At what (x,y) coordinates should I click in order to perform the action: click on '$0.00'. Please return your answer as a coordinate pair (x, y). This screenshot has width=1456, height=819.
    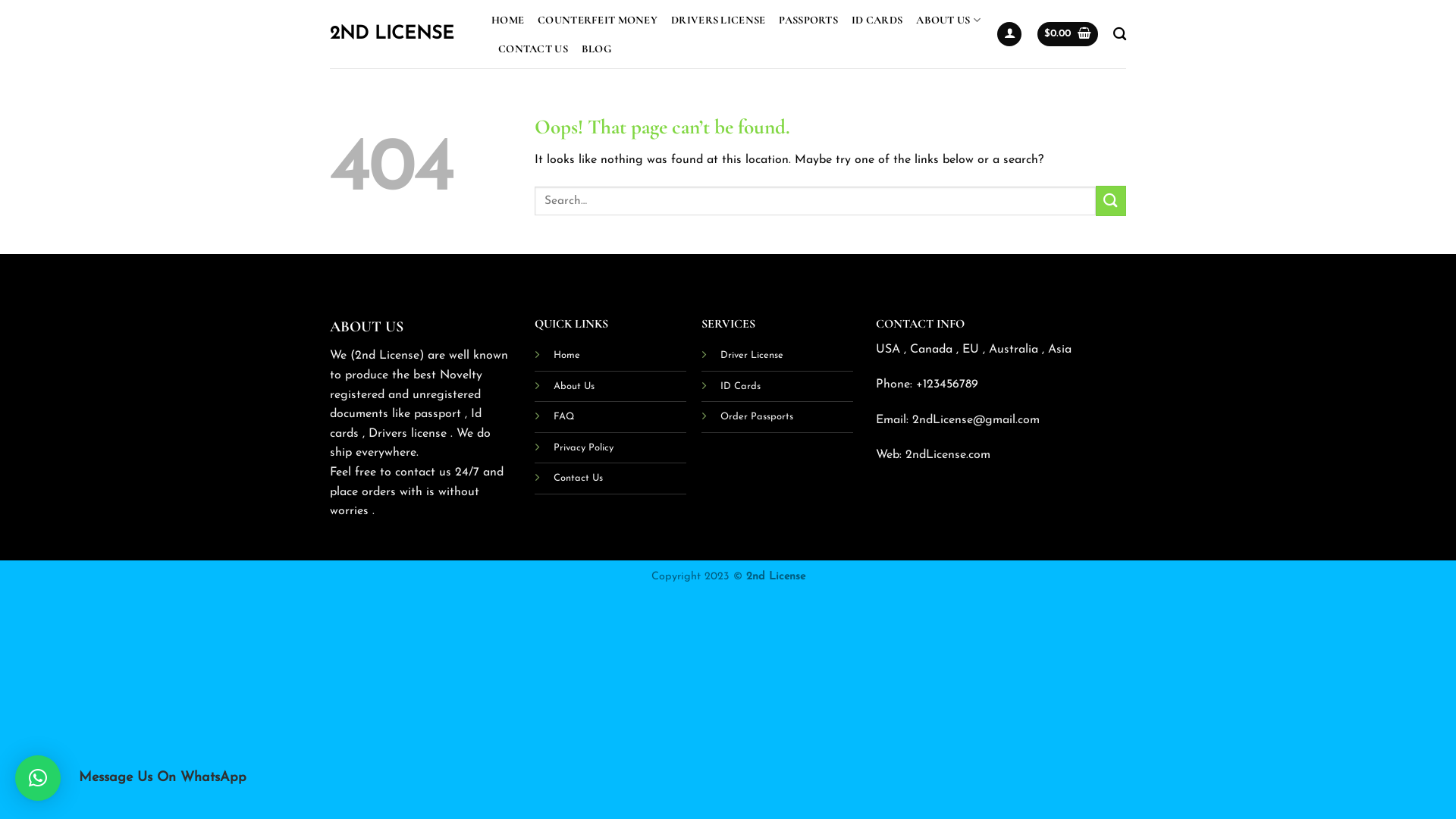
    Looking at the image, I should click on (1037, 34).